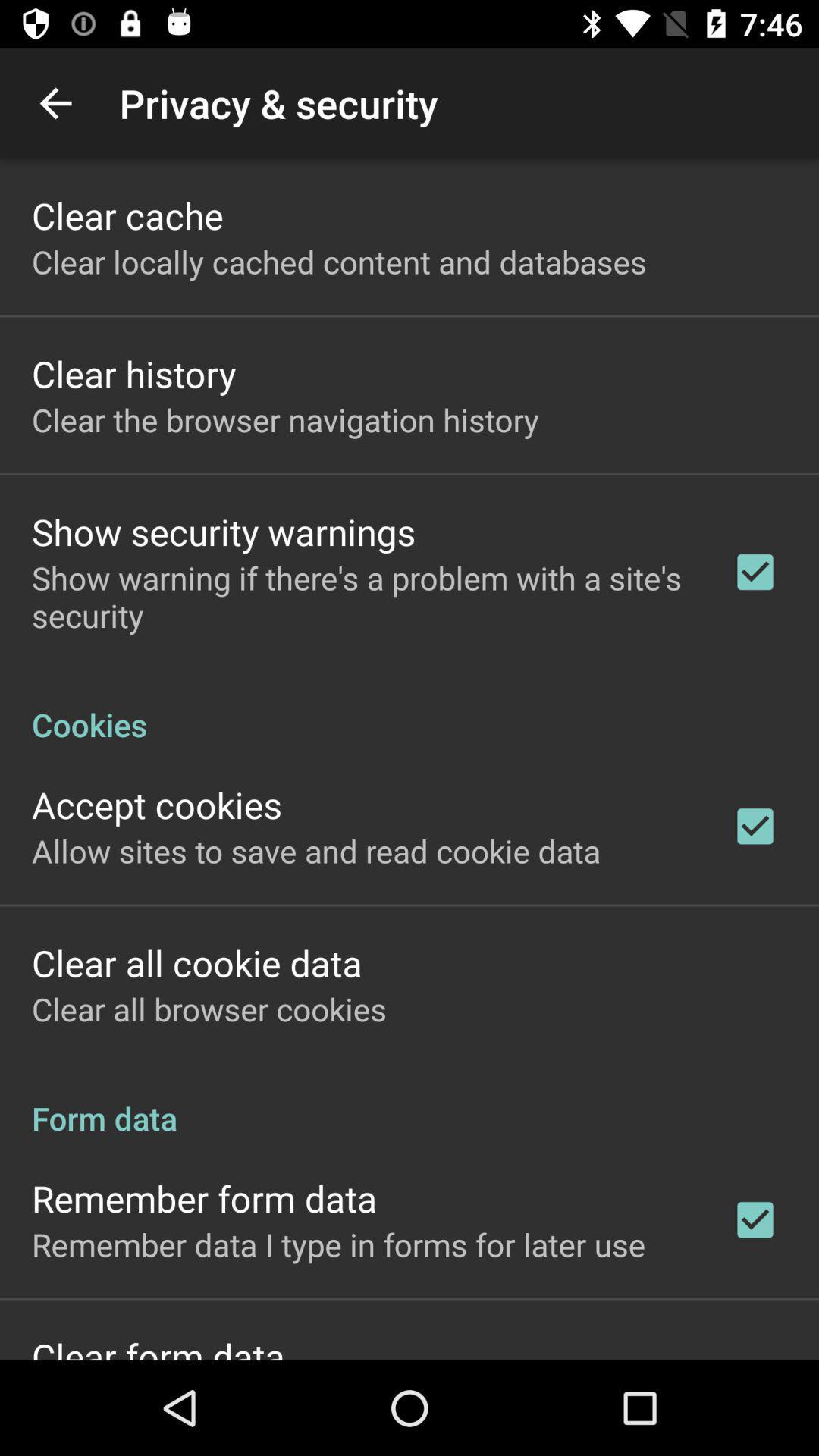 The width and height of the screenshot is (819, 1456). Describe the element at coordinates (157, 804) in the screenshot. I see `accept cookies icon` at that location.